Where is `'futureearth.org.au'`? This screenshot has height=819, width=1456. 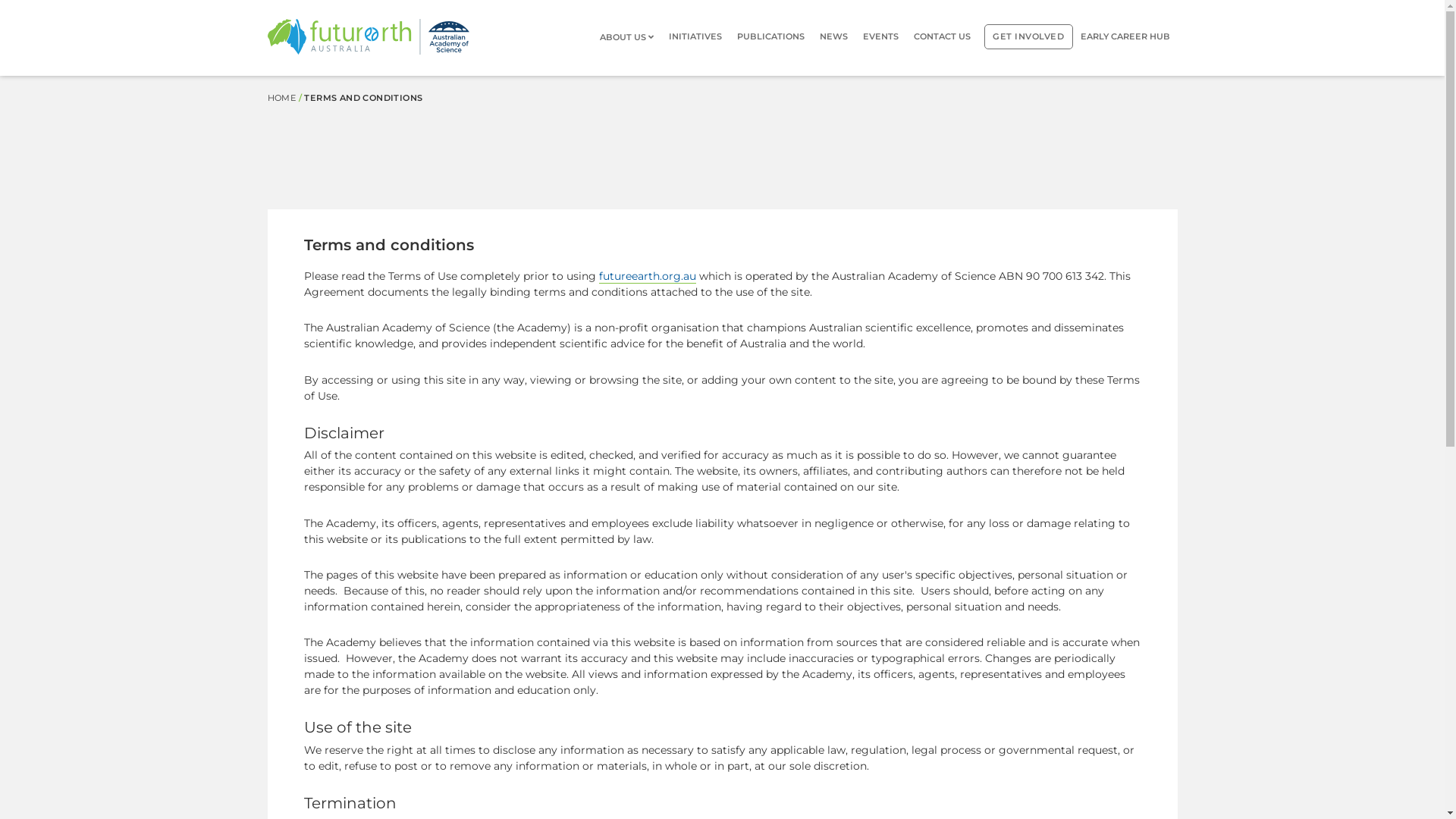
'futureearth.org.au' is located at coordinates (648, 276).